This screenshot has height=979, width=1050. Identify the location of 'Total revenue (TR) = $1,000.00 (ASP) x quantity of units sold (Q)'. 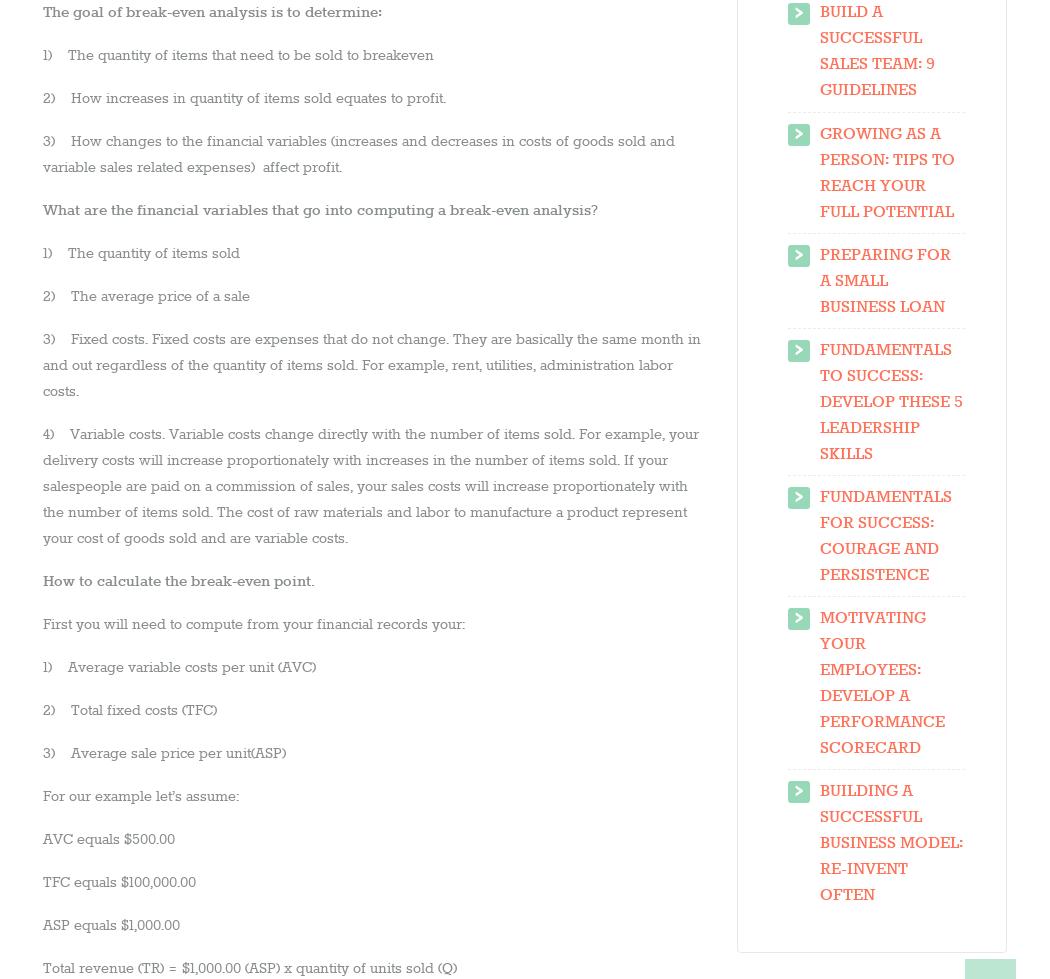
(250, 967).